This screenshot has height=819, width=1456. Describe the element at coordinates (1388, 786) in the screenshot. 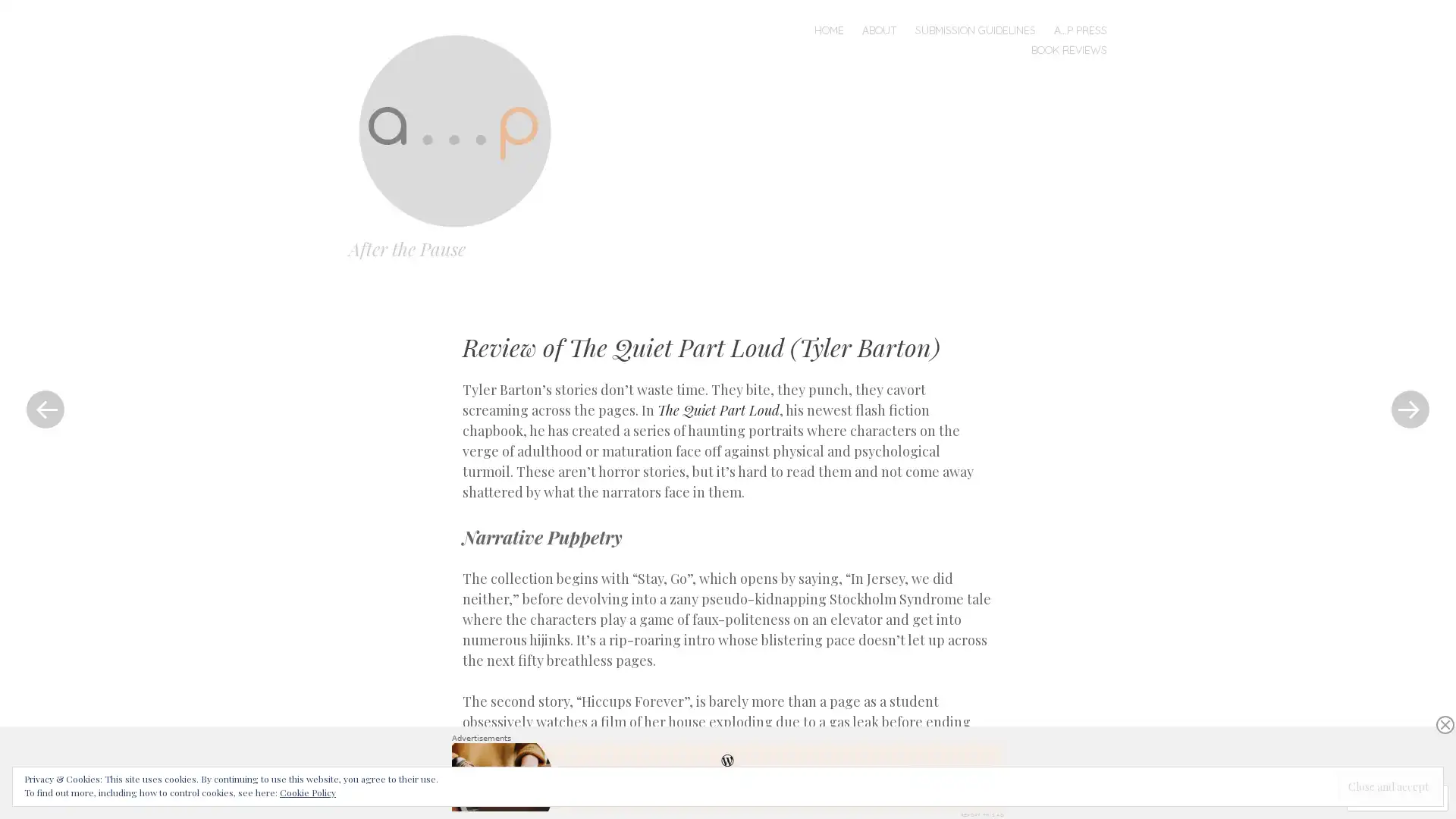

I see `Close and accept` at that location.